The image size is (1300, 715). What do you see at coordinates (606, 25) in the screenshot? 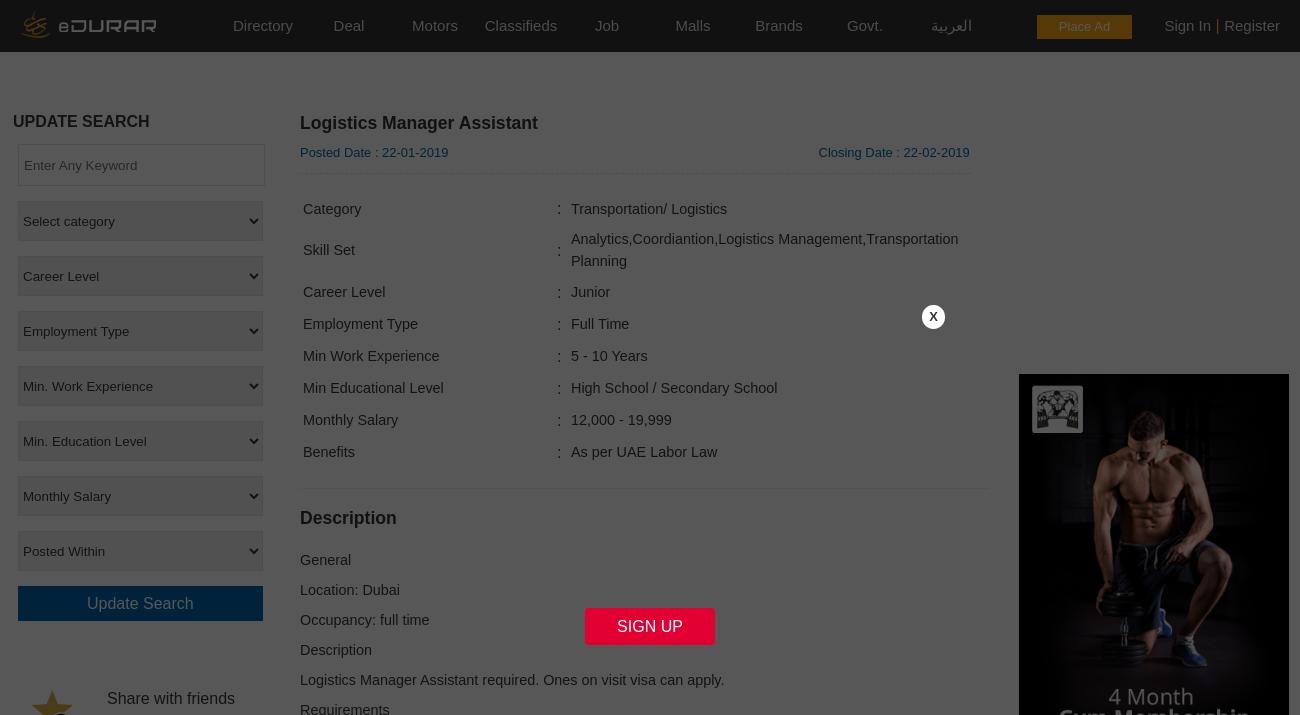
I see `'Job'` at bounding box center [606, 25].